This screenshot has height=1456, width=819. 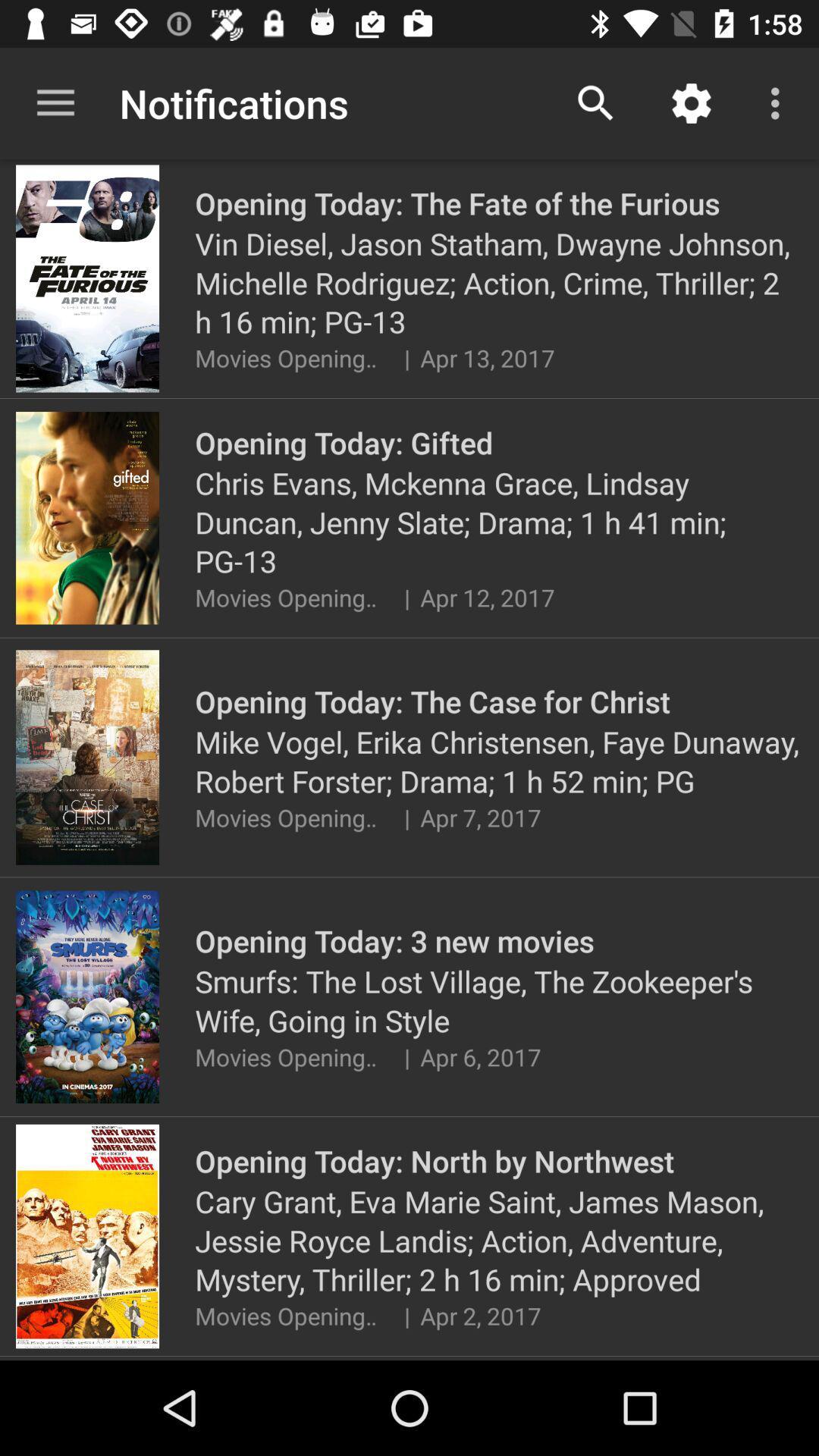 What do you see at coordinates (406, 817) in the screenshot?
I see `the | item` at bounding box center [406, 817].